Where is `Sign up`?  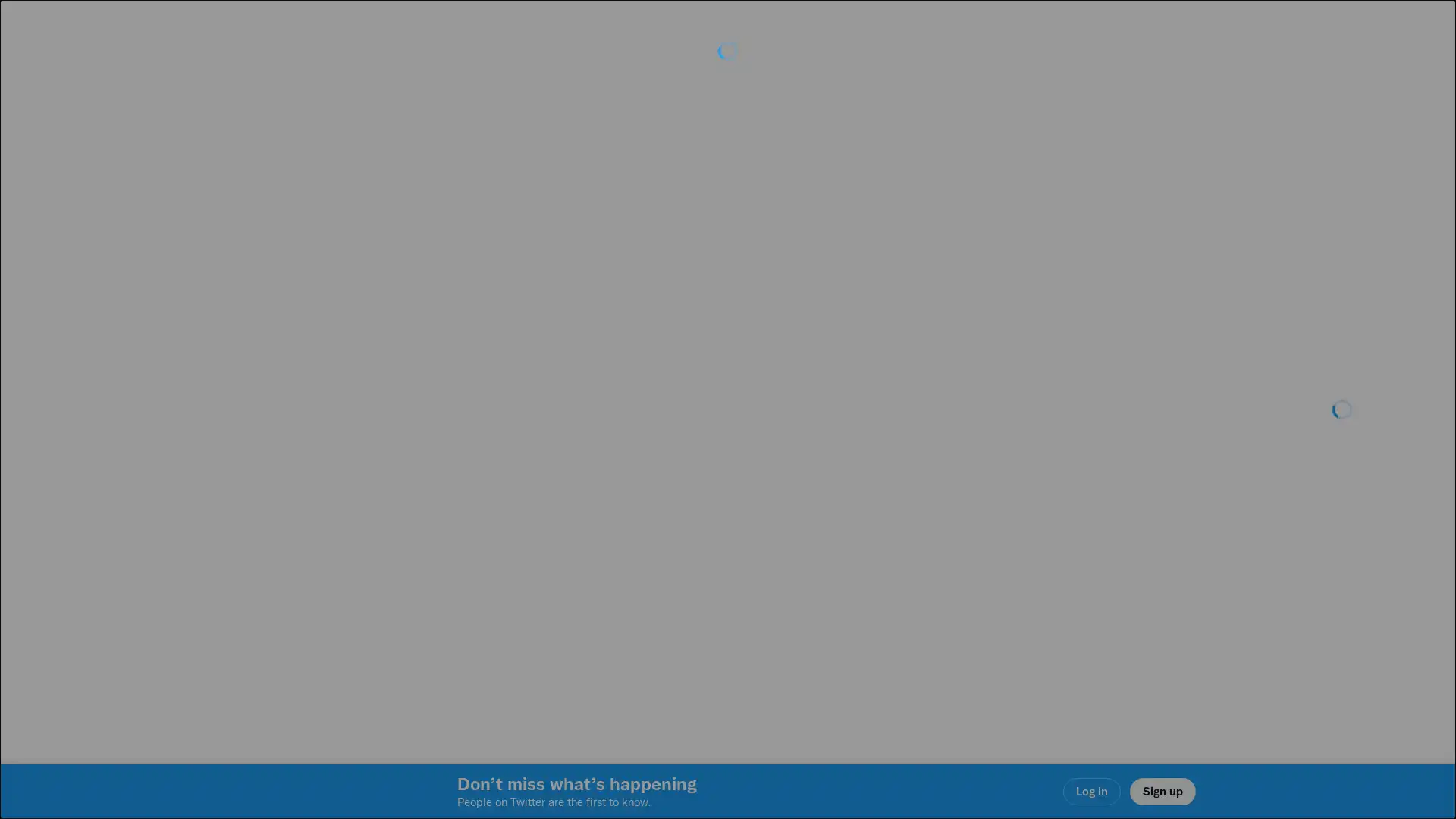 Sign up is located at coordinates (548, 516).